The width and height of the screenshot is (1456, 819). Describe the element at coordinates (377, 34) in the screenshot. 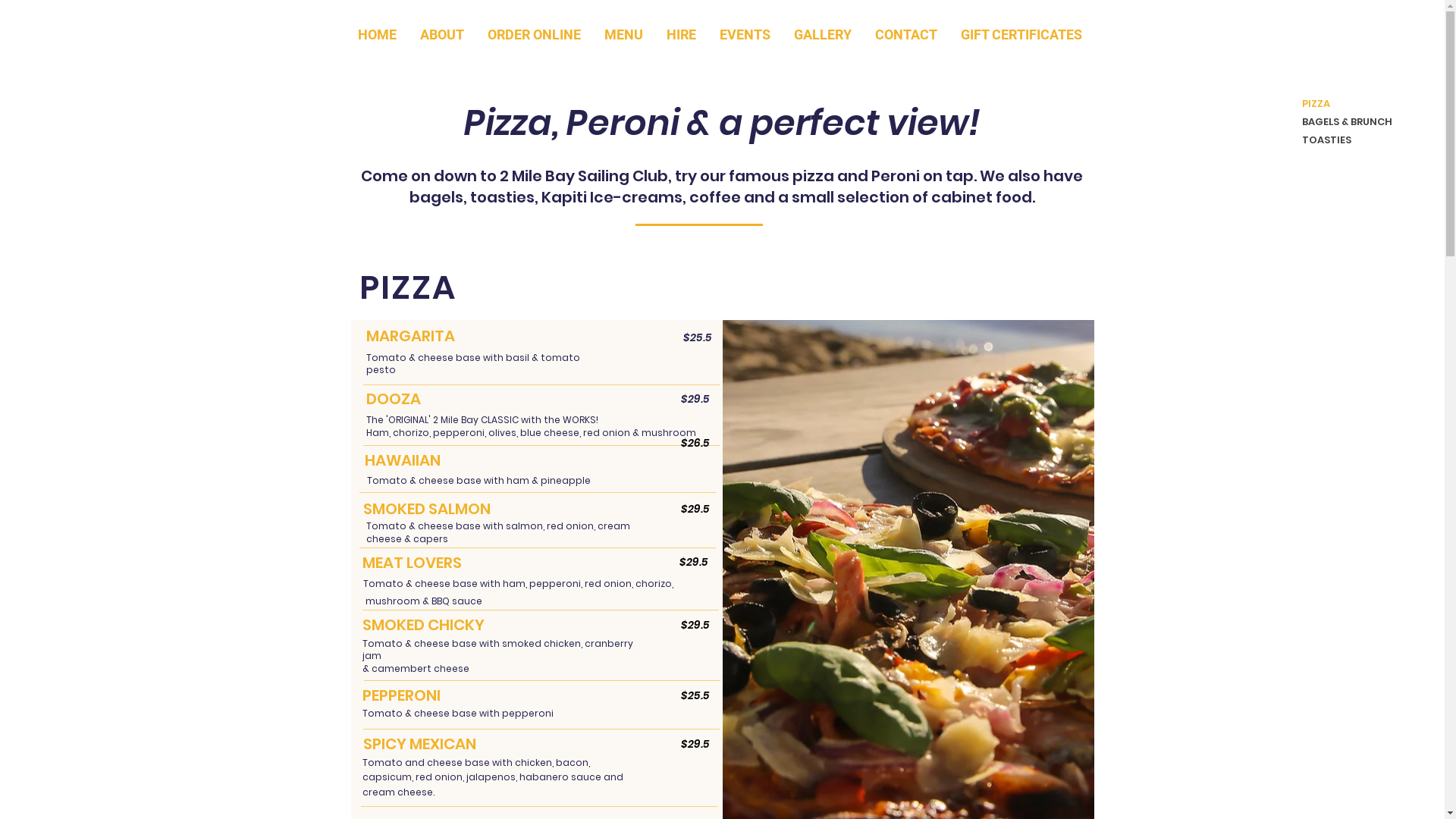

I see `'HOME'` at that location.